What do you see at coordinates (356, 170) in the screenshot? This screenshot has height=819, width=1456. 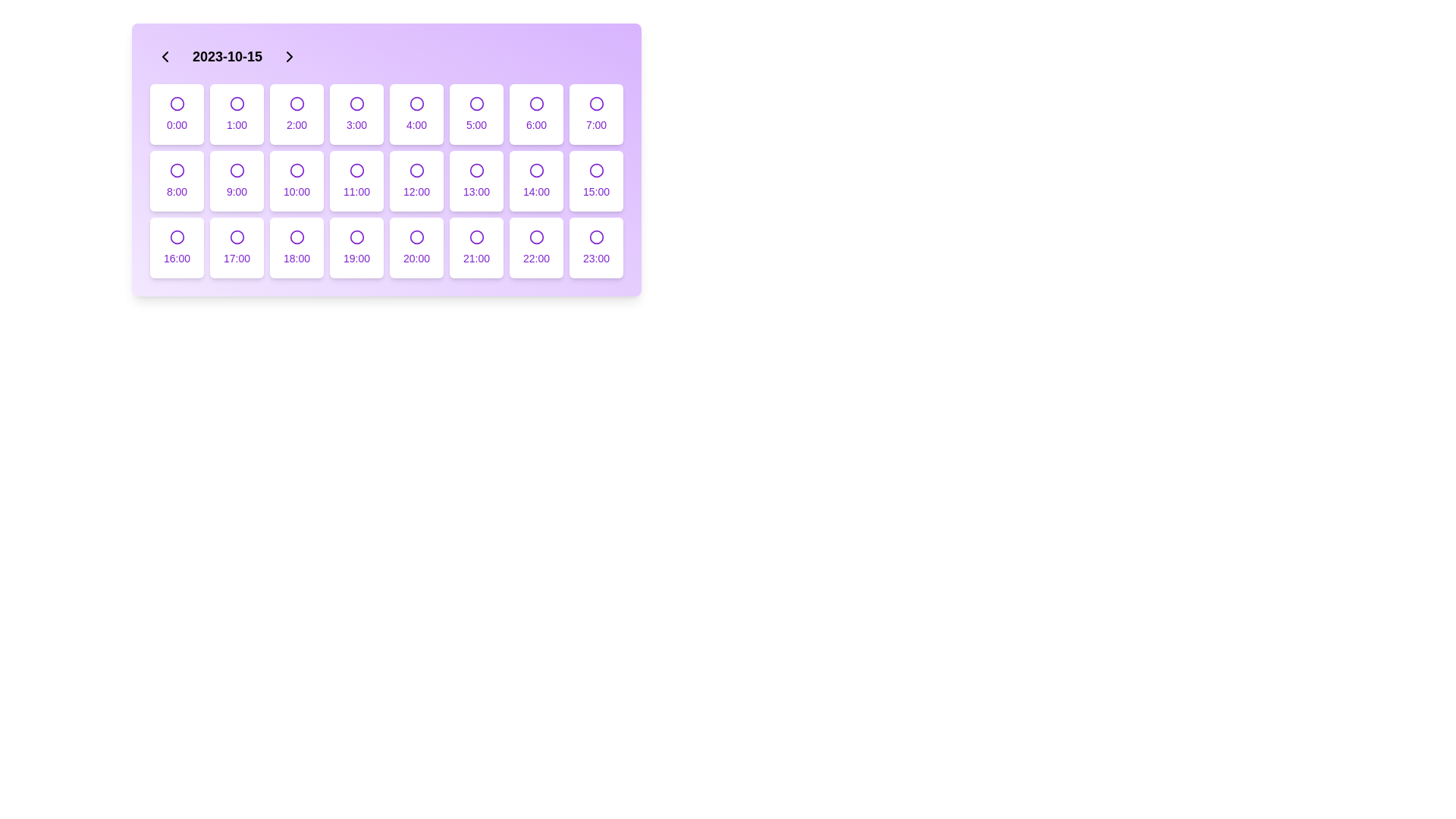 I see `the circular icon with a purple stroke located within the grid cell labeled '11:00'` at bounding box center [356, 170].